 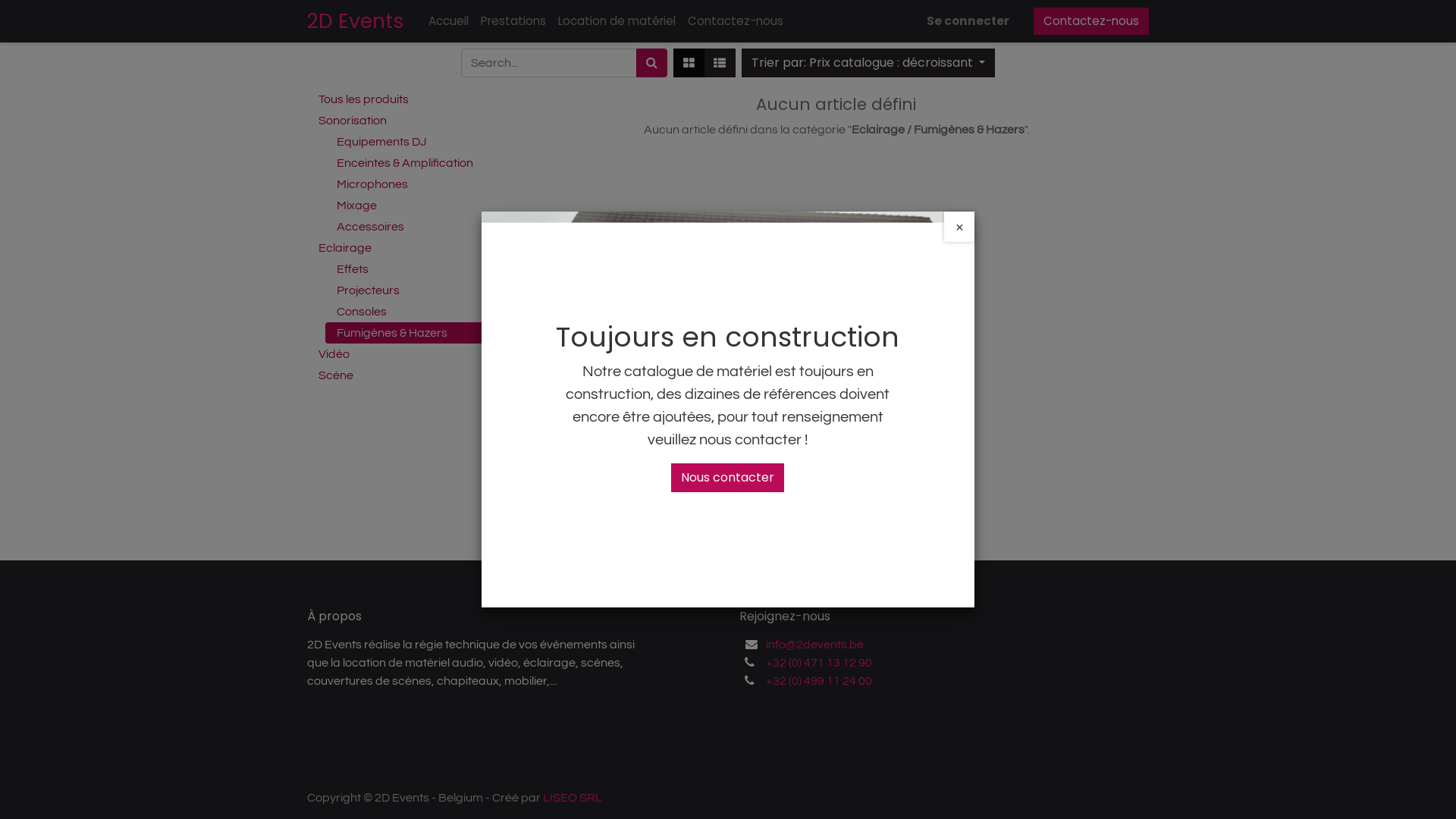 I want to click on 'Rechercher', so click(x=636, y=62).